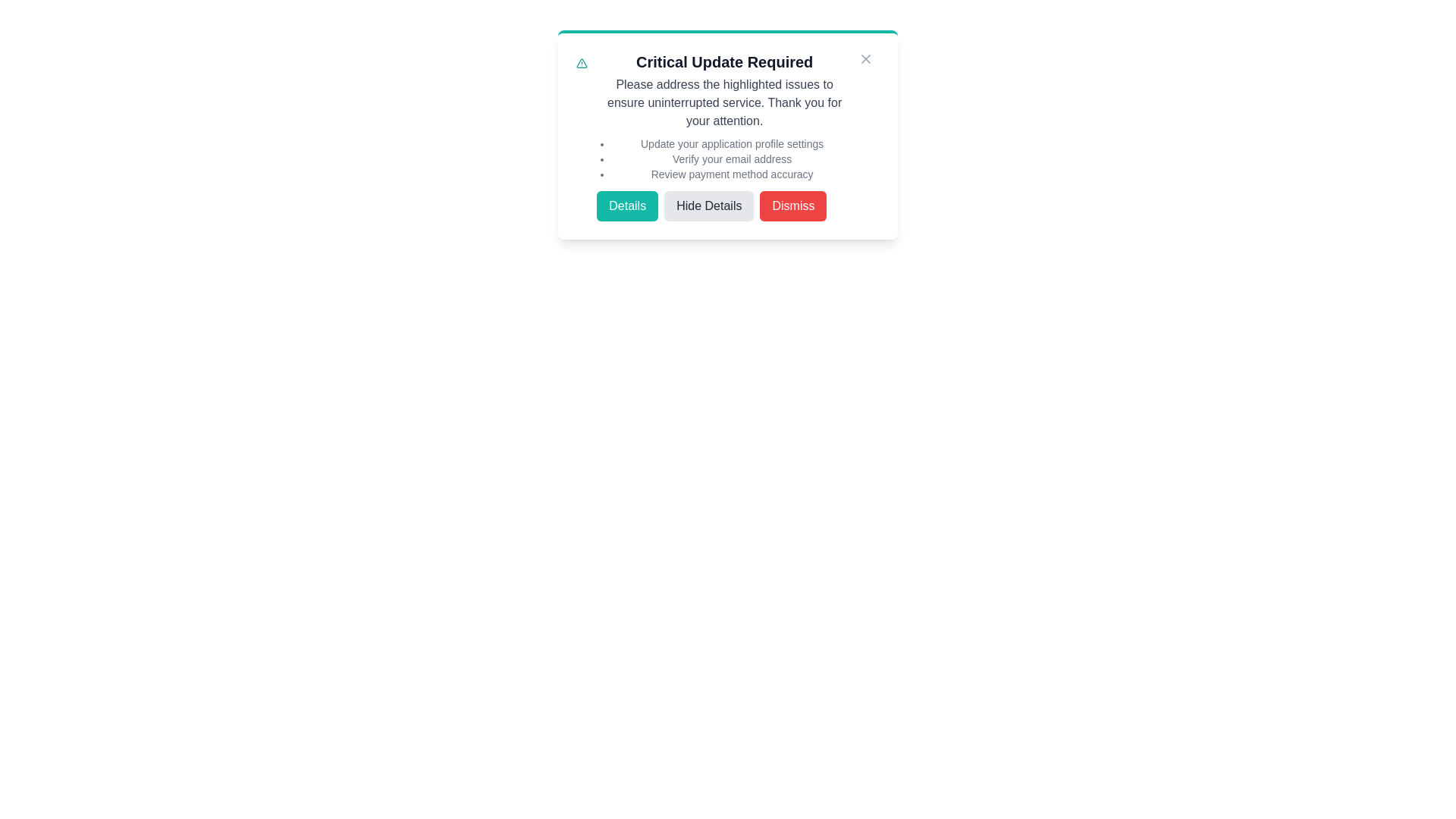  What do you see at coordinates (728, 136) in the screenshot?
I see `the third textual group in the panel that displays a list of actions for the user to address, located beneath the heading 'Critical Update Required'` at bounding box center [728, 136].